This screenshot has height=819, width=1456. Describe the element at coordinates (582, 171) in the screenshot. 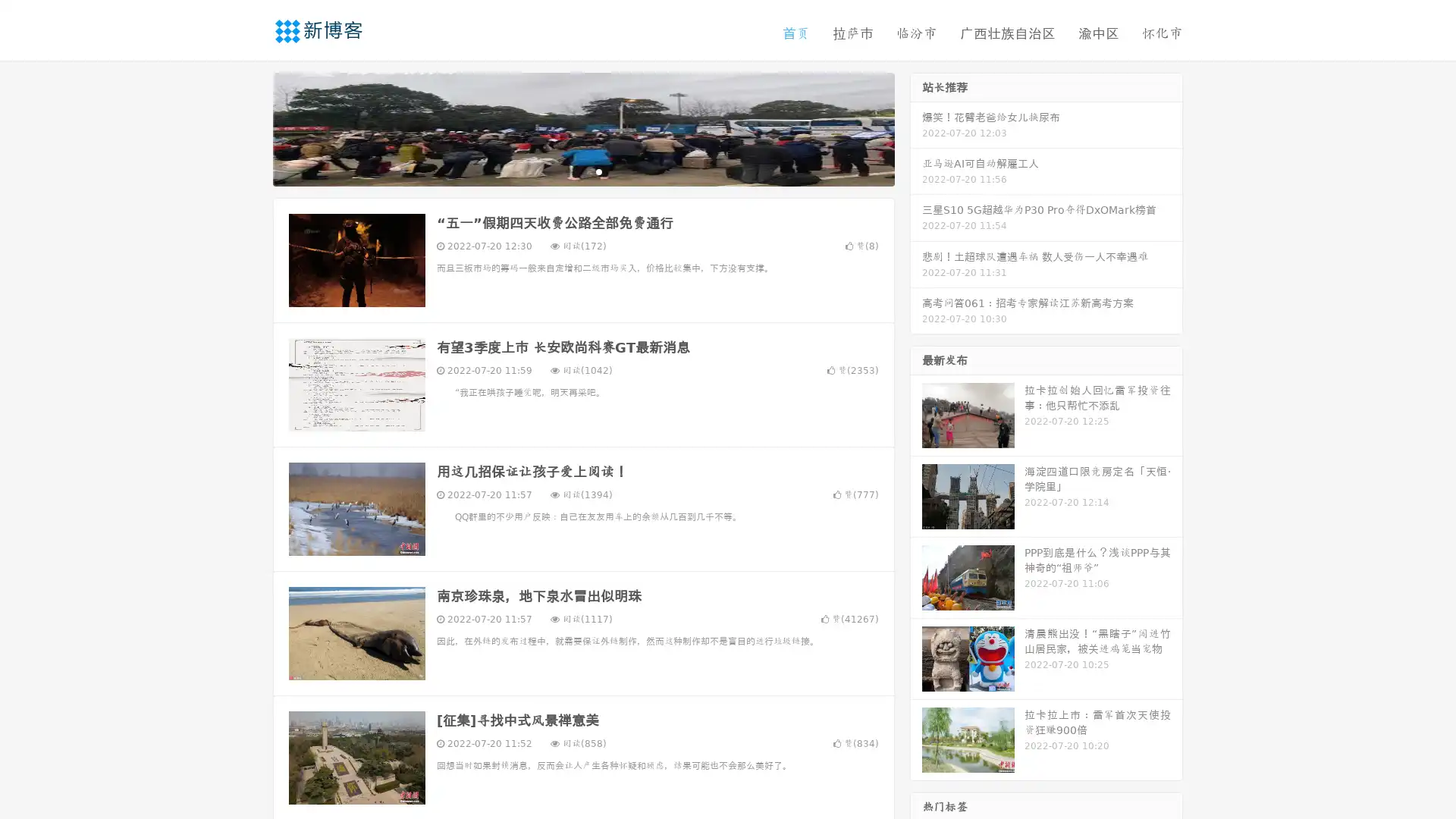

I see `Go to slide 2` at that location.